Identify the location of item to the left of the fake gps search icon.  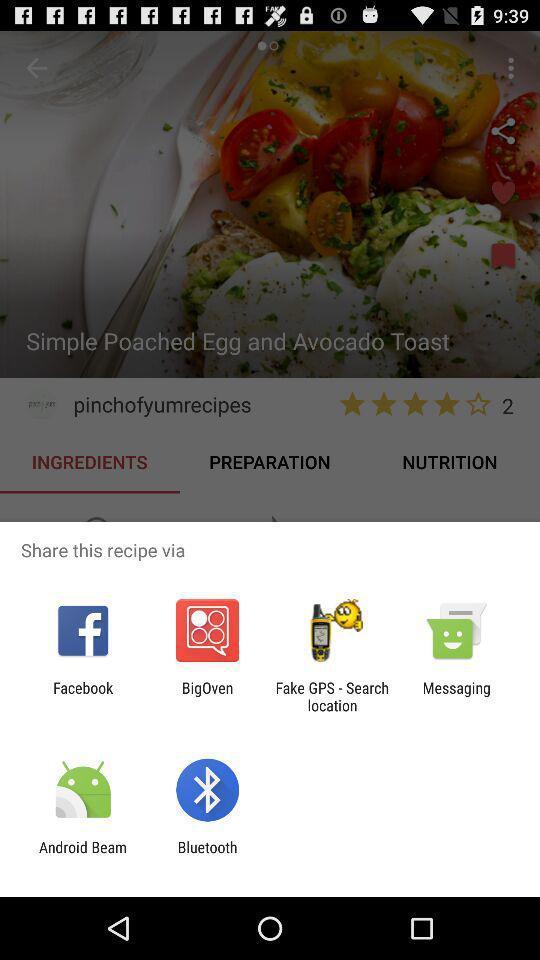
(206, 696).